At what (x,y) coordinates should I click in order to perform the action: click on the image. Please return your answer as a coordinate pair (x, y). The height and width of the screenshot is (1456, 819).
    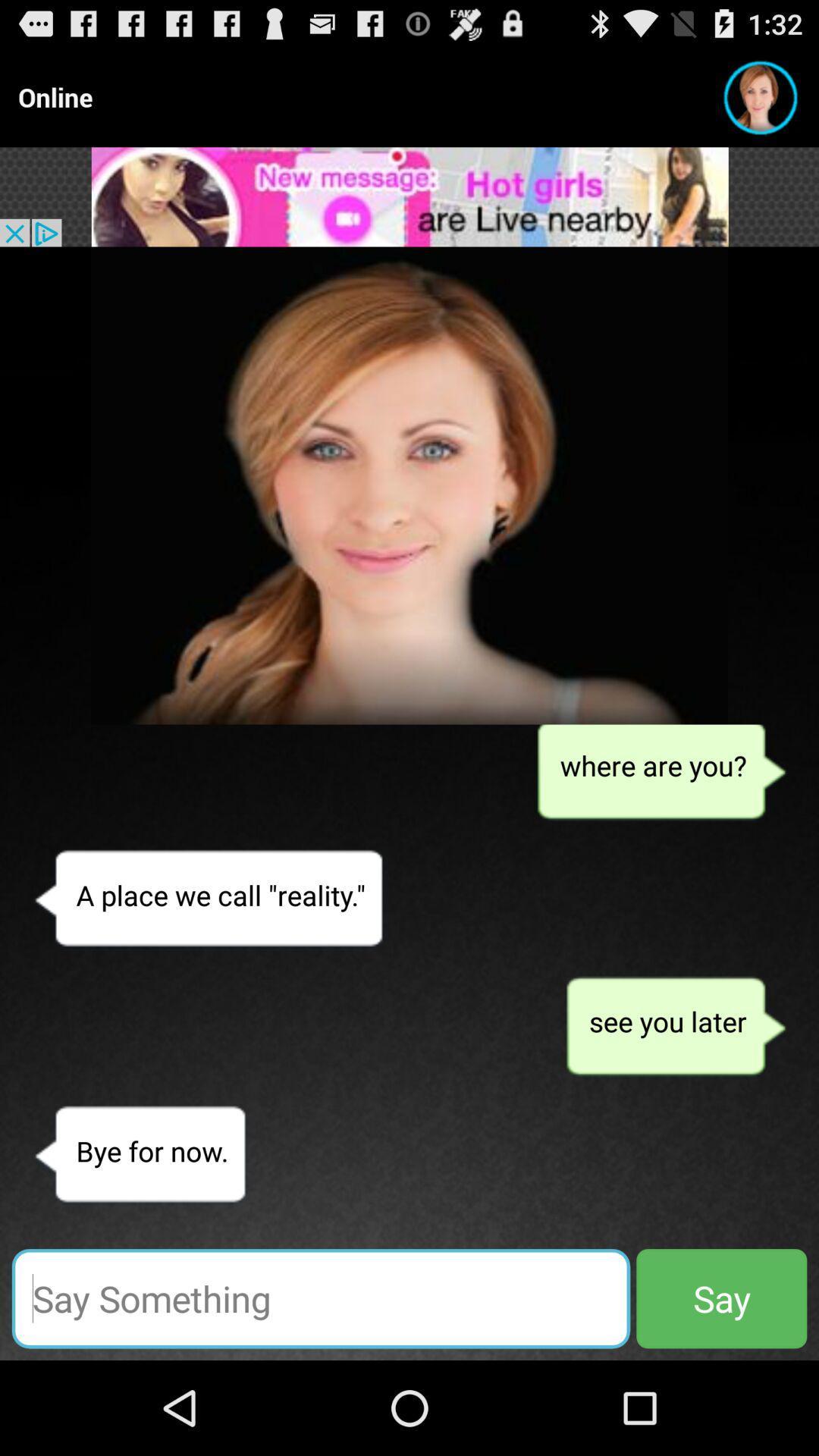
    Looking at the image, I should click on (409, 485).